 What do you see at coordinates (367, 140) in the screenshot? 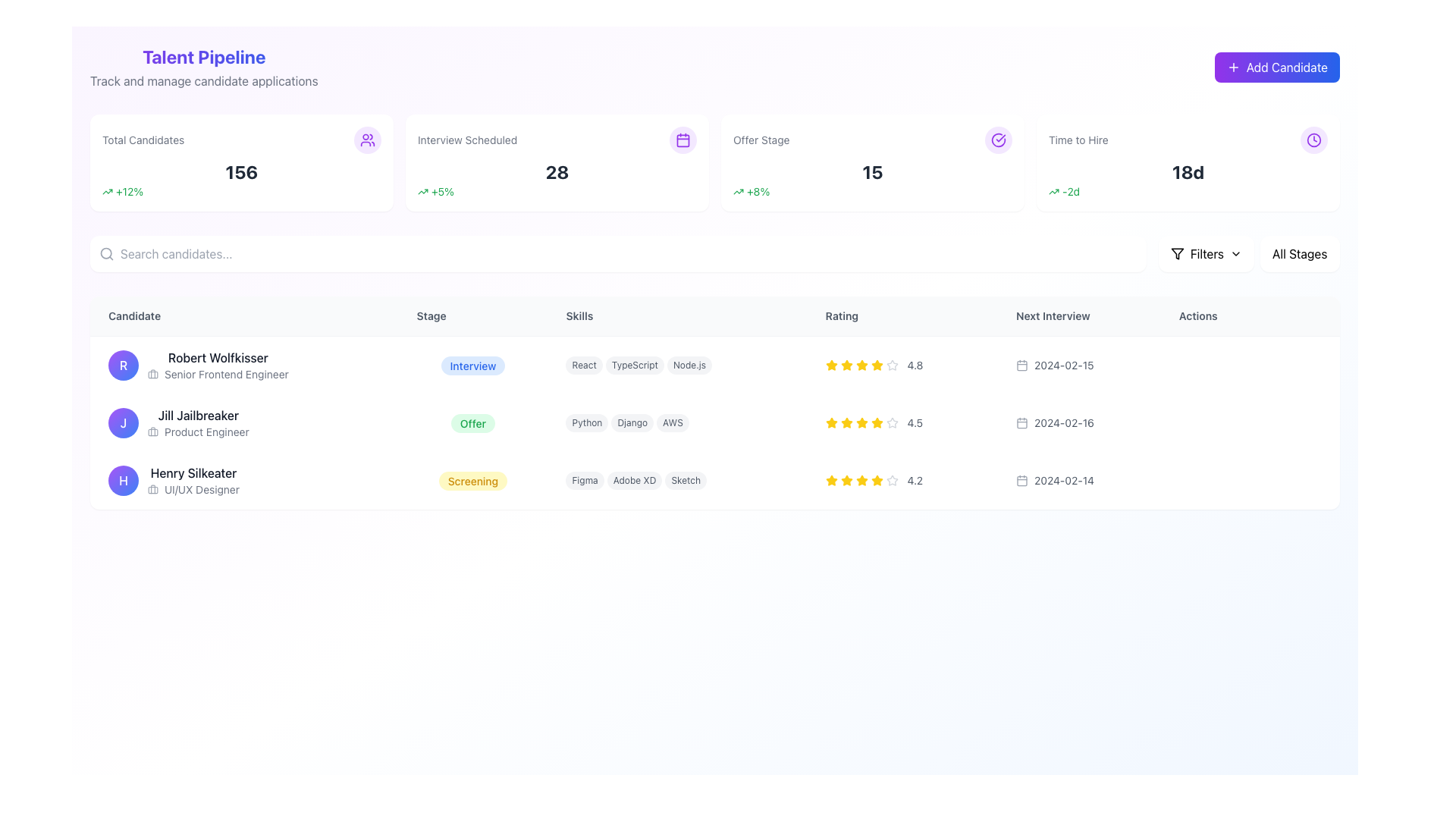
I see `the small icon depicting a group of people, which is located in the top center of the interface within a summary card representing the total number of candidates` at bounding box center [367, 140].